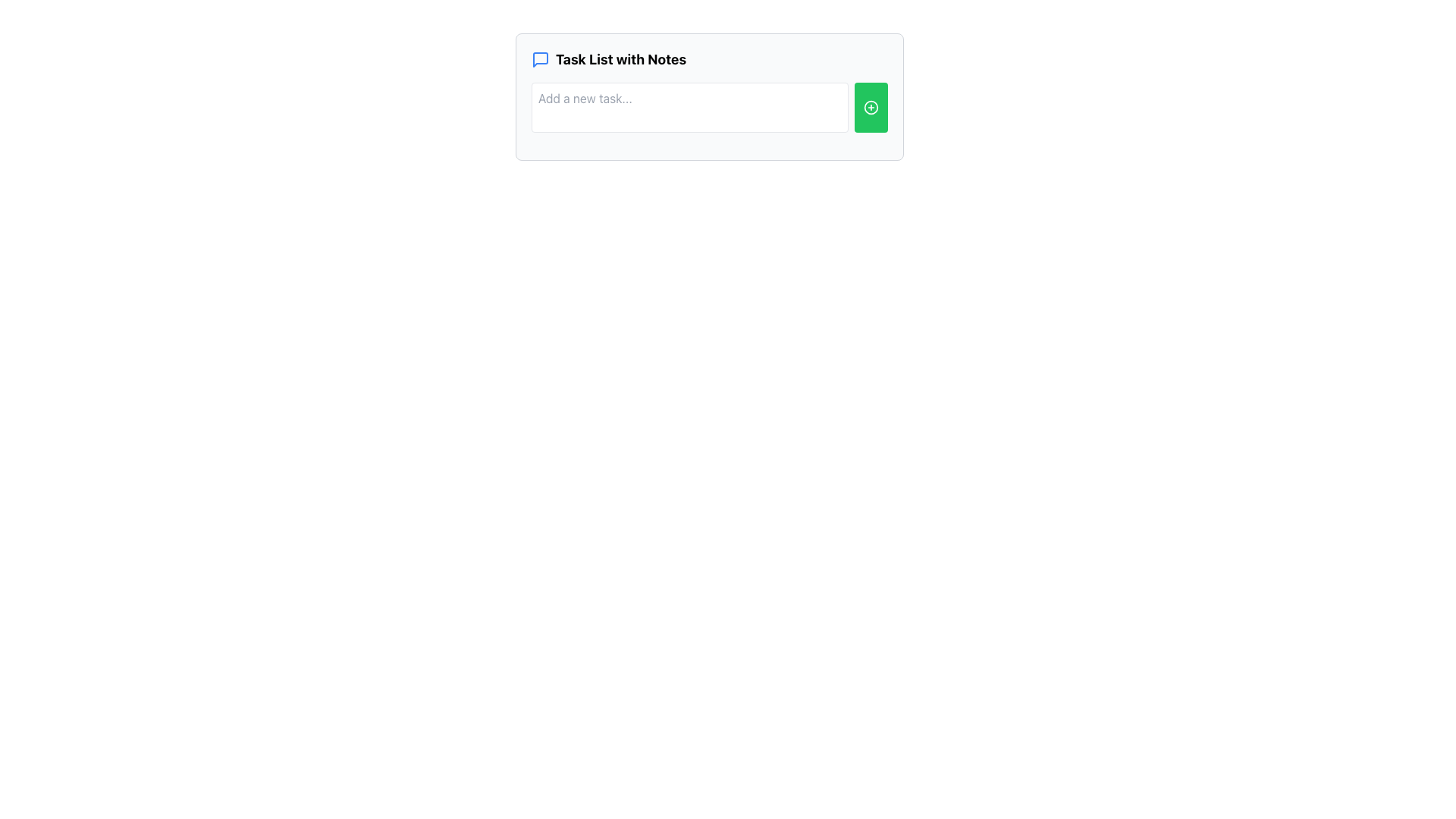 The height and width of the screenshot is (819, 1456). Describe the element at coordinates (621, 58) in the screenshot. I see `the text heading 'Task List with Notes', which is displayed in a bold large font and positioned at the top center of a task management module` at that location.